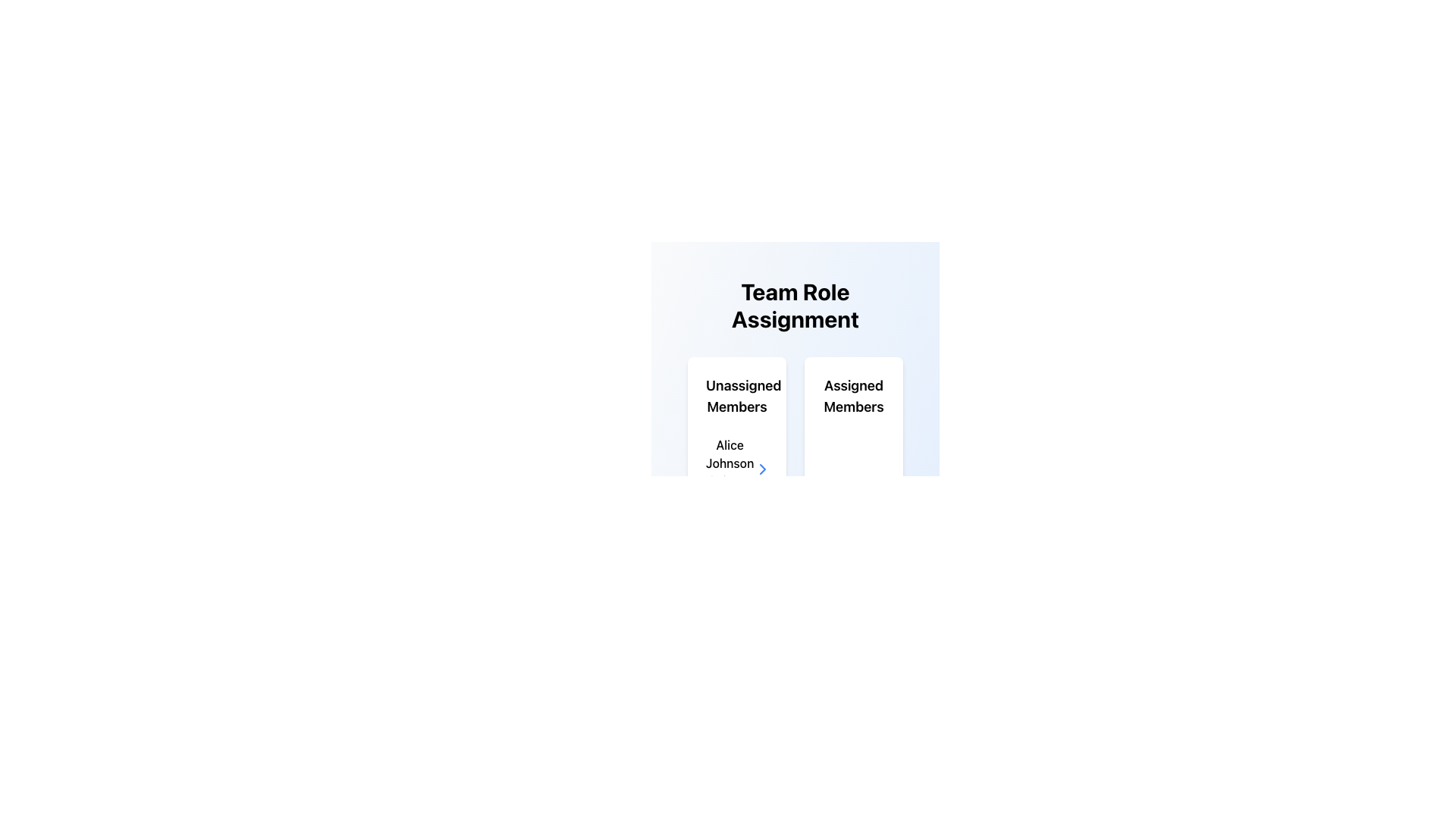  I want to click on the text display that shows 'Alice Johnson', which is located in the upper part of the card under 'Unassigned Members', so click(730, 453).